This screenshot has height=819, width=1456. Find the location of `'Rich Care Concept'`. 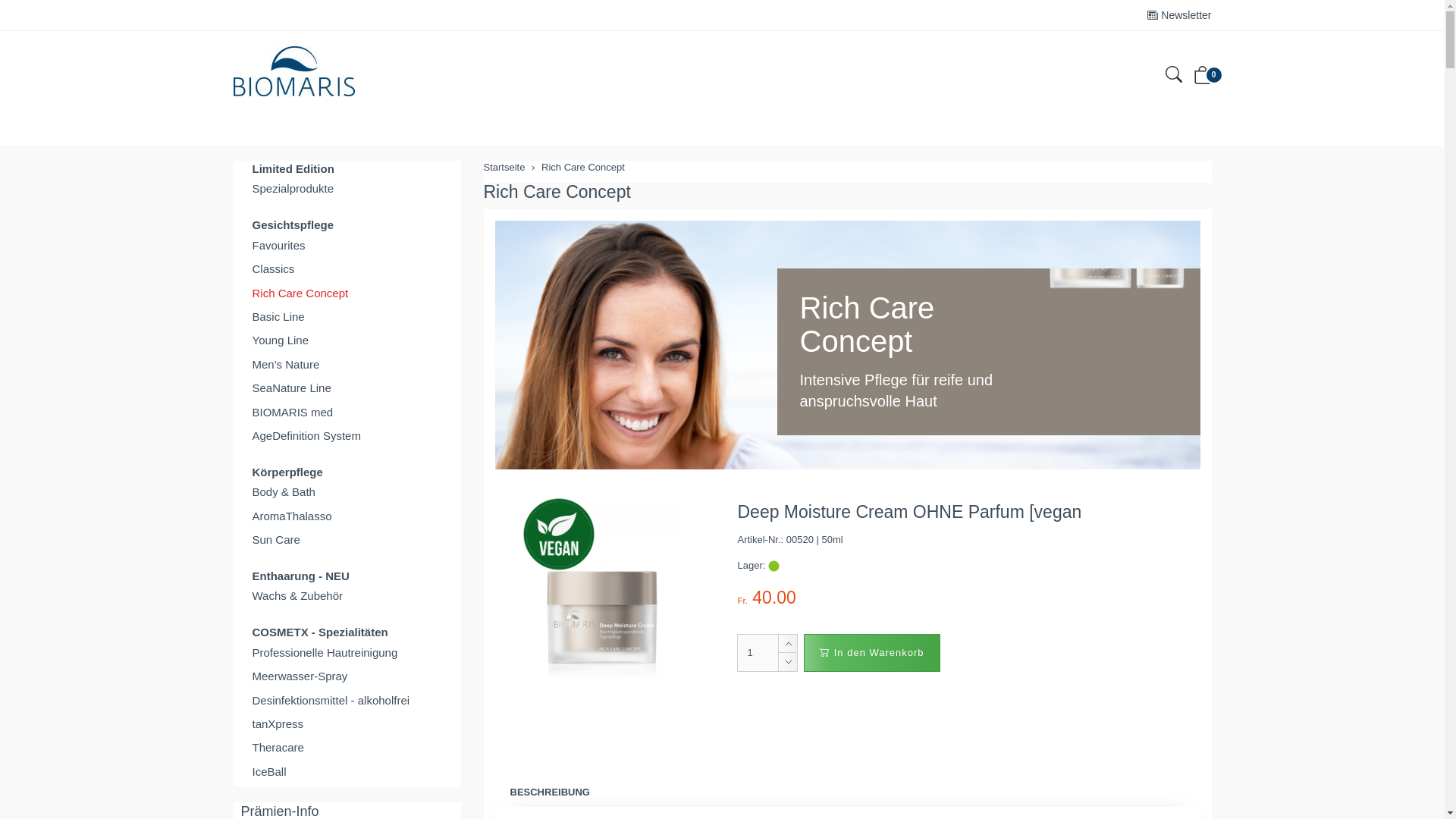

'Rich Care Concept' is located at coordinates (541, 167).